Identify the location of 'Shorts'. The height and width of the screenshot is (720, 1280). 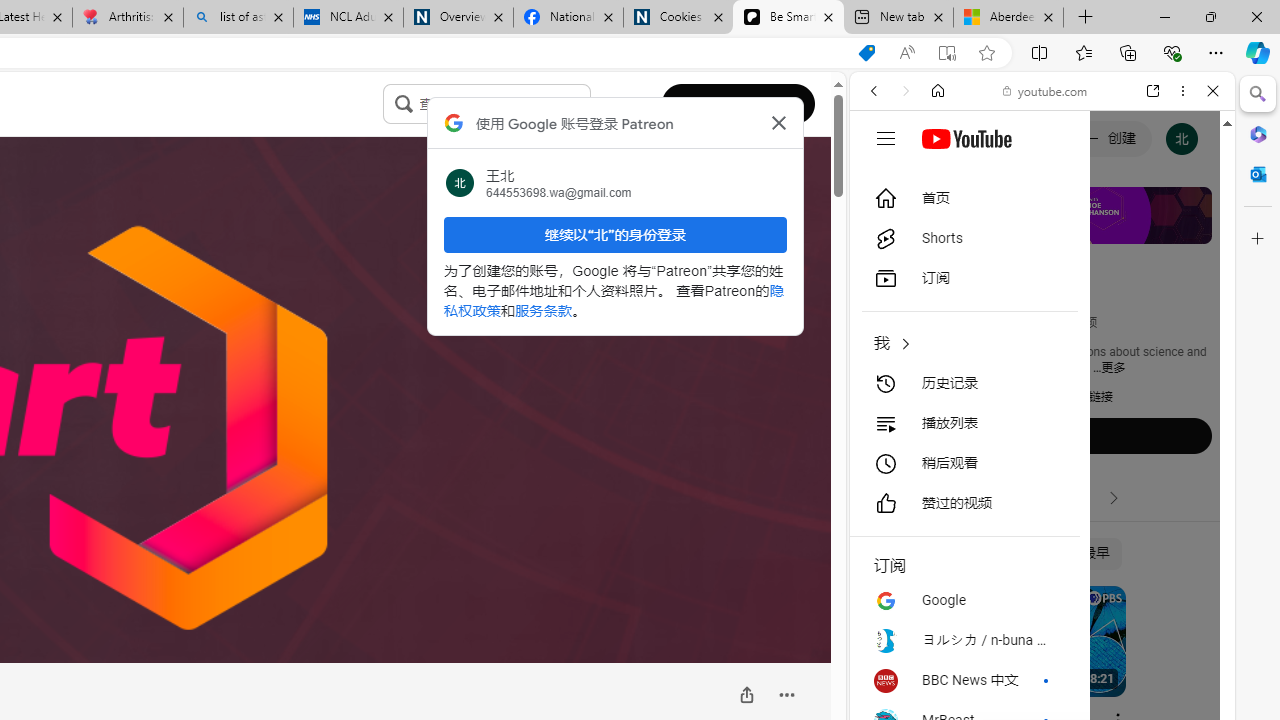
(963, 238).